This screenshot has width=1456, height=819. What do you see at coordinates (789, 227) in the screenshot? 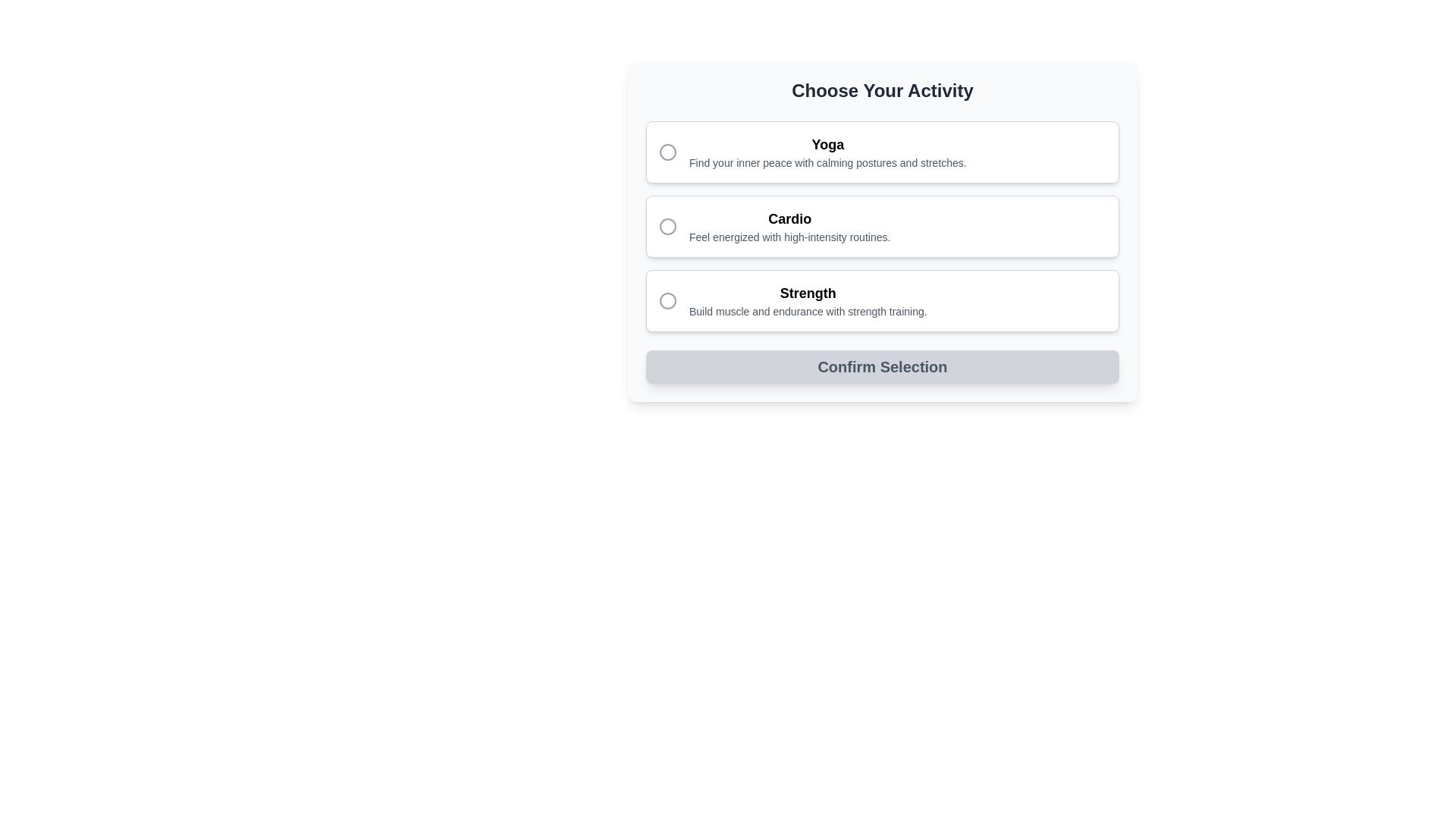
I see `the 'Cardio' selectable option, which is the second entry in the activity options list under 'Choose Your Activity.'` at bounding box center [789, 227].